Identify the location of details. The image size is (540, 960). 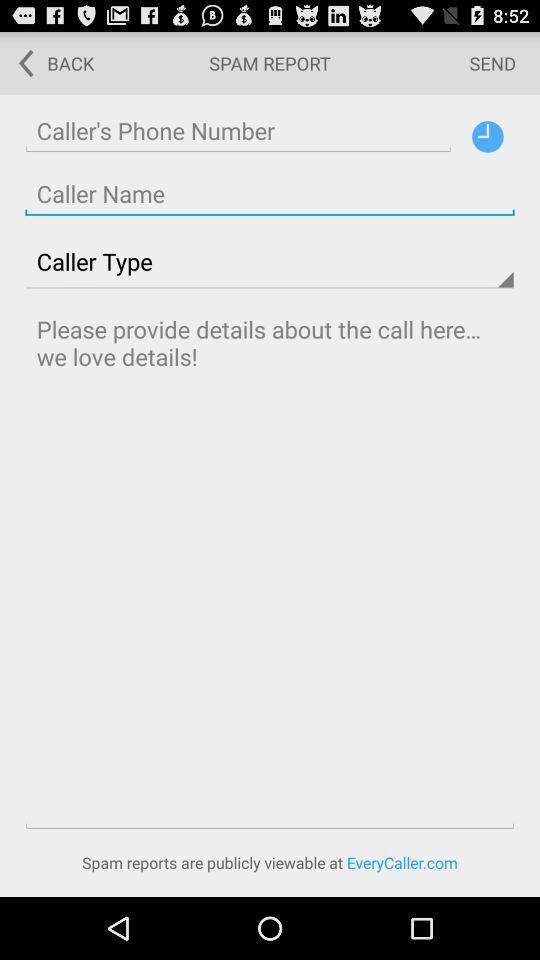
(270, 568).